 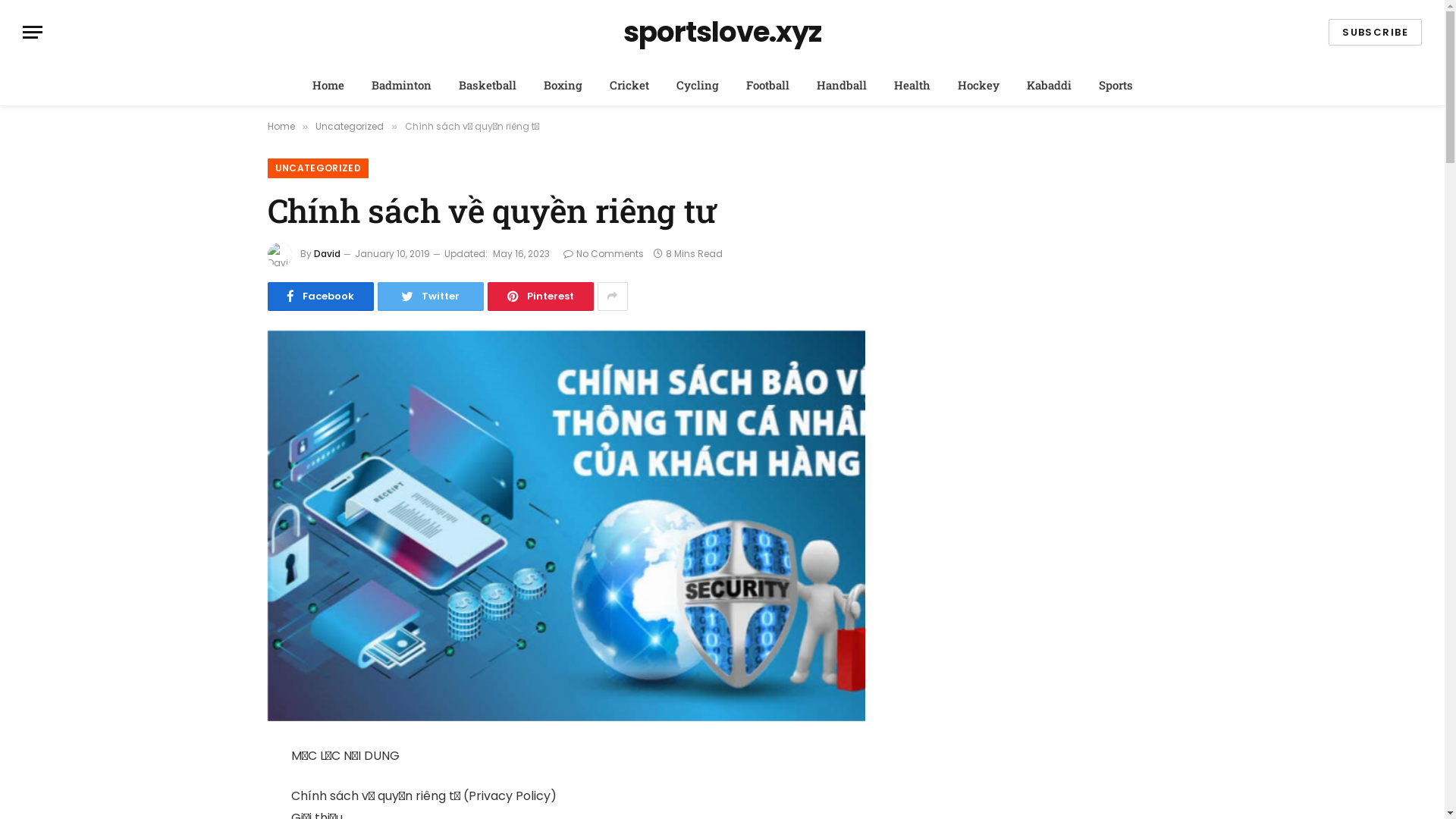 I want to click on 'No Comments', so click(x=562, y=253).